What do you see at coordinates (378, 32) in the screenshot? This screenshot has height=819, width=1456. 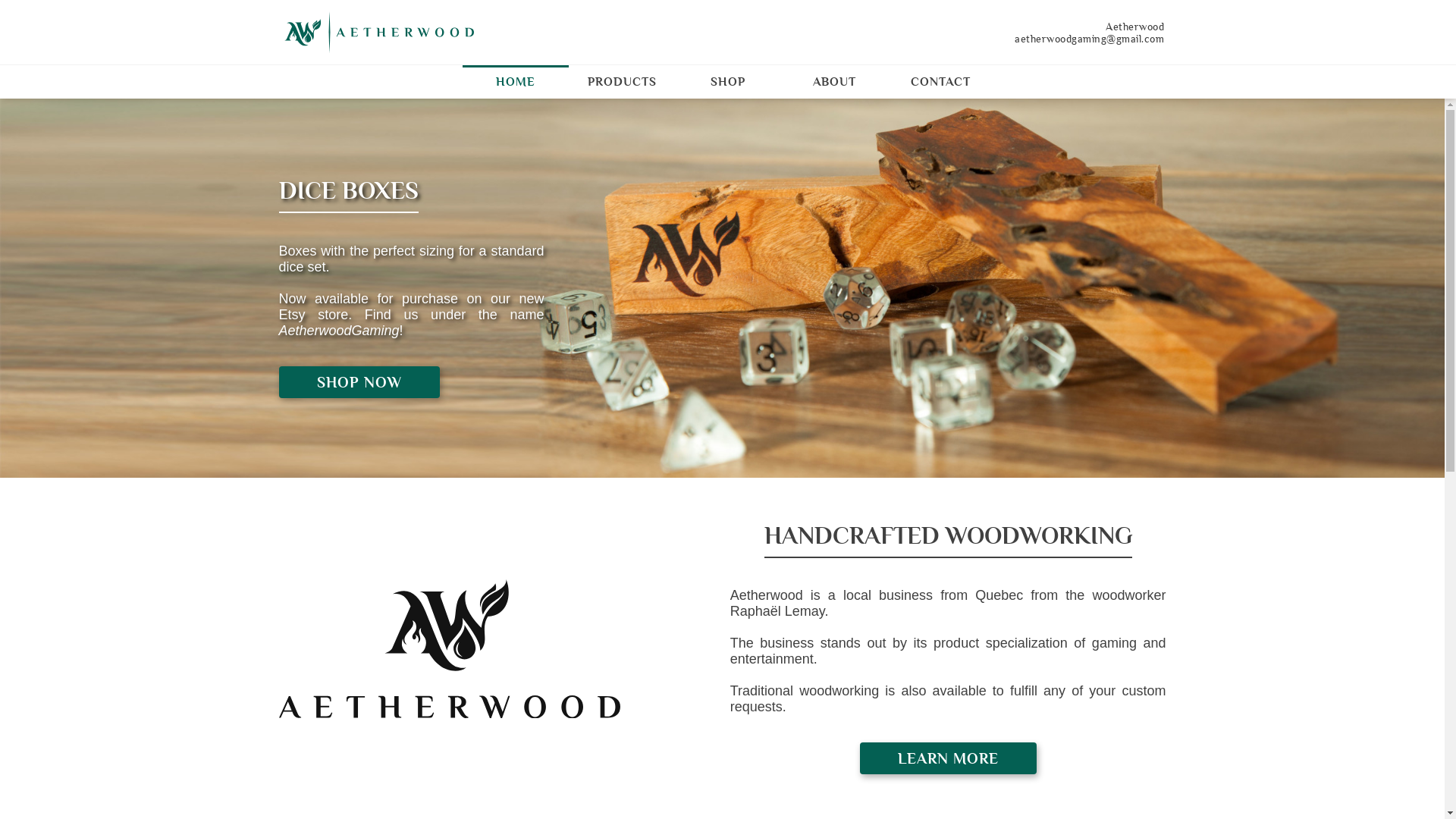 I see `'image/svg+xml'` at bounding box center [378, 32].